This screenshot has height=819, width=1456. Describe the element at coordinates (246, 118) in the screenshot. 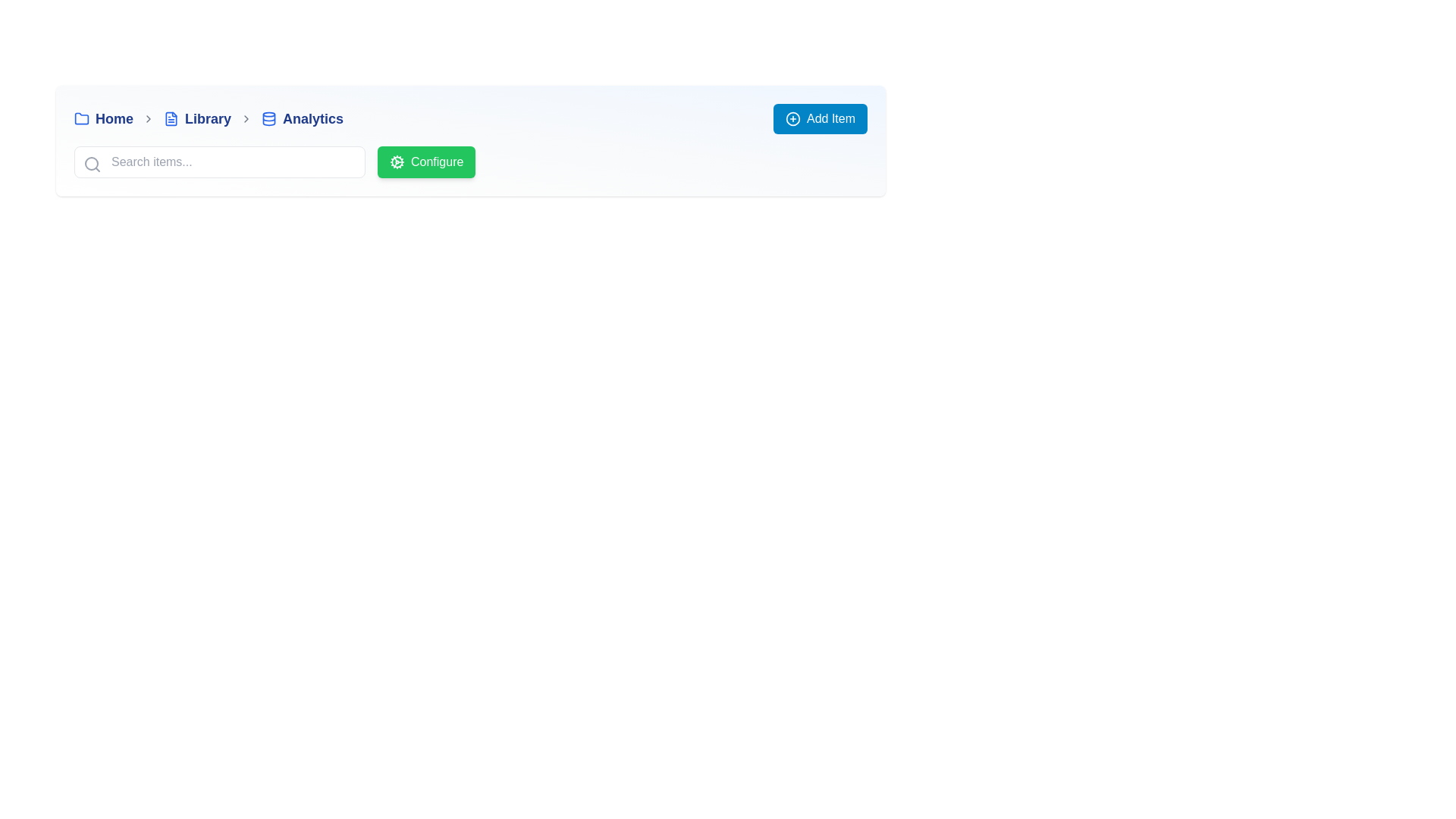

I see `the second chevron icon in the breadcrumb navigation, which separates 'Library' and 'Analytics' labels, located in the navigation bar` at that location.